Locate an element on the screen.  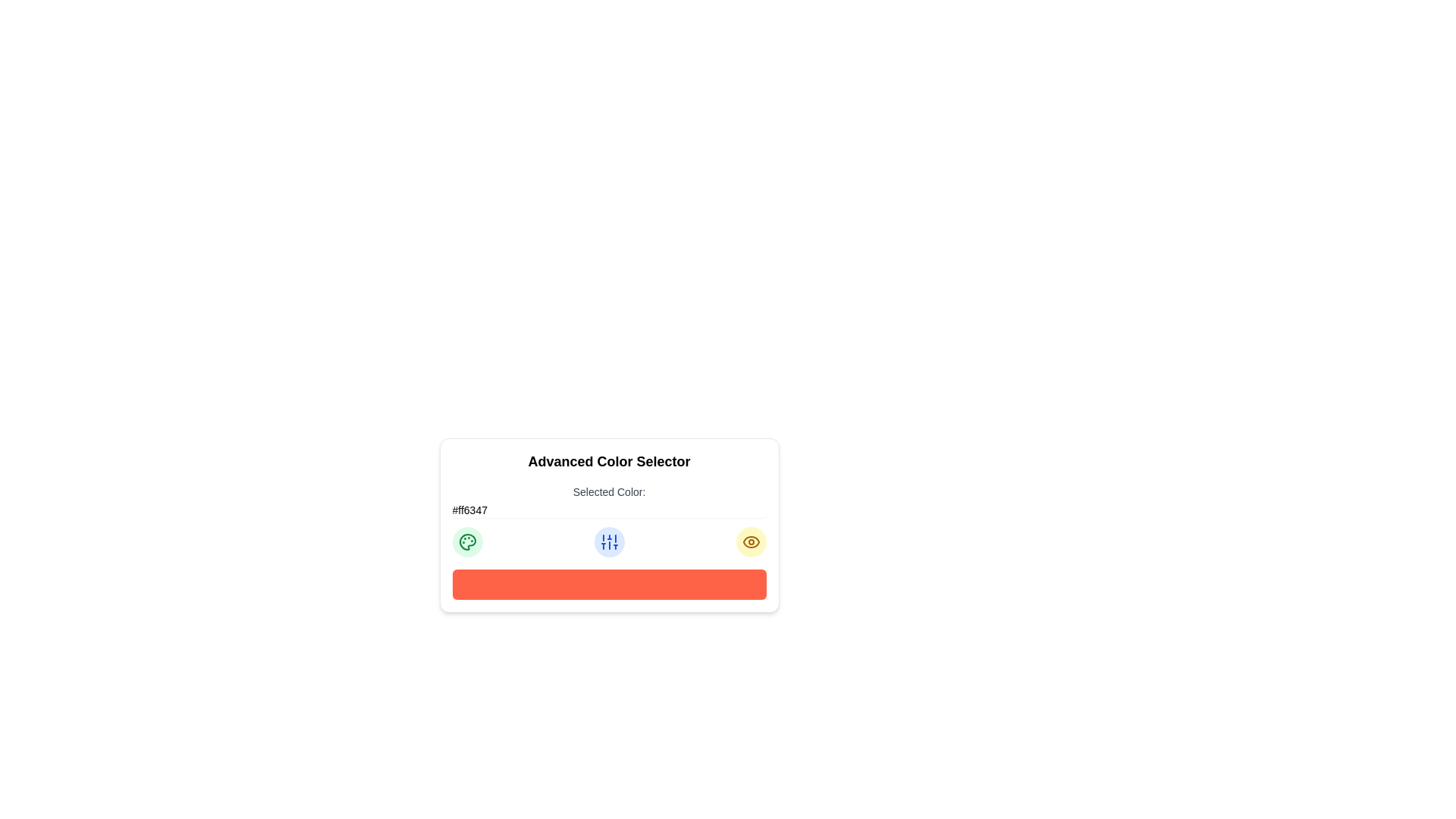
the rounded button with a light blue background and vertical sliders icon located in the 'Advanced Color Selector' section, below the hex color code input field, to navigate is located at coordinates (609, 541).